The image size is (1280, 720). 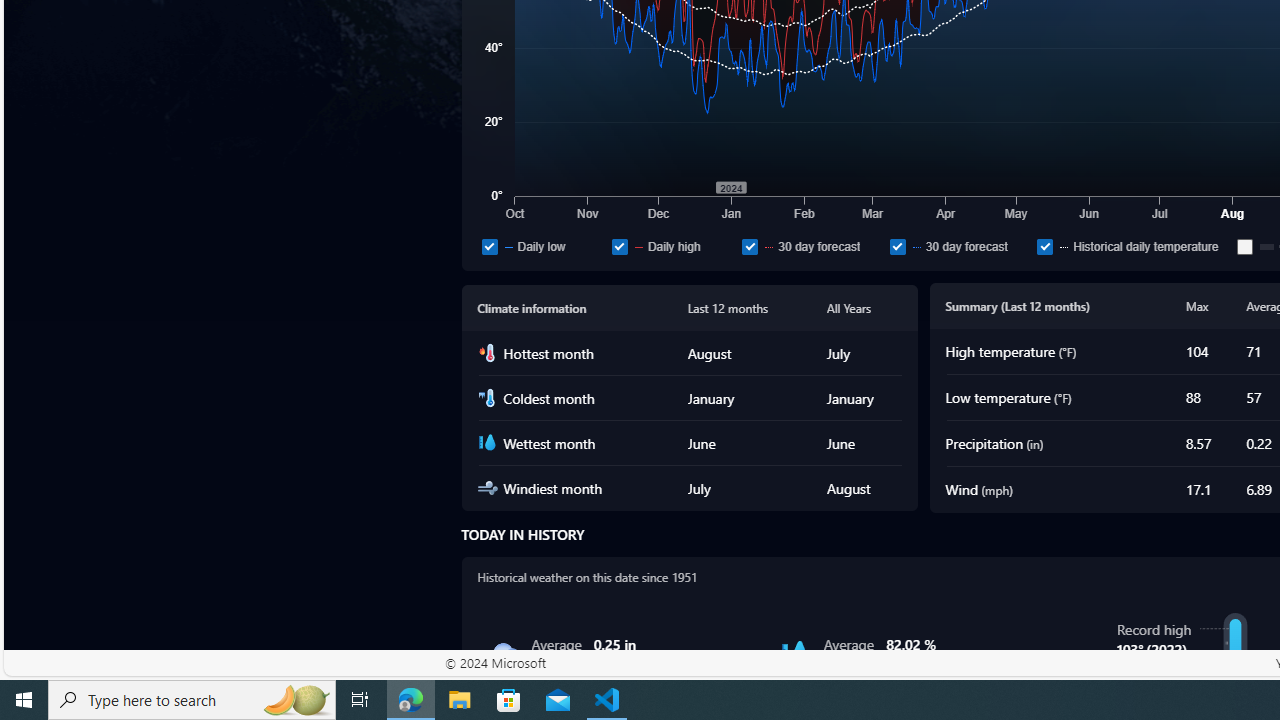 What do you see at coordinates (960, 245) in the screenshot?
I see `'30 day forecast'` at bounding box center [960, 245].